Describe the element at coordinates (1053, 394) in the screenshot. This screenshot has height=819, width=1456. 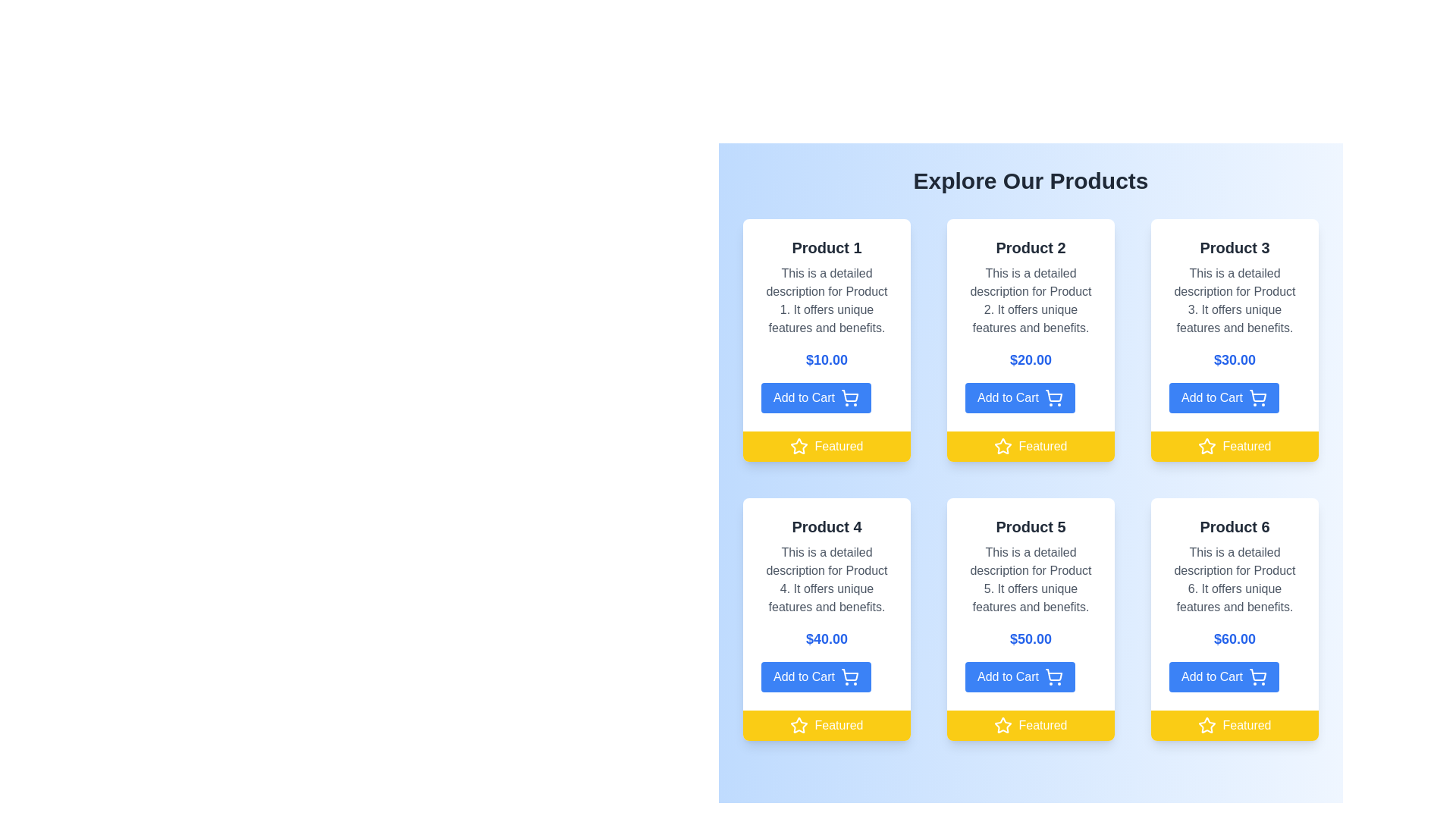
I see `the 'Add to Cart' icon located in the second product card in the top row, positioned slightly to the right of the central vertical axis of the card` at that location.